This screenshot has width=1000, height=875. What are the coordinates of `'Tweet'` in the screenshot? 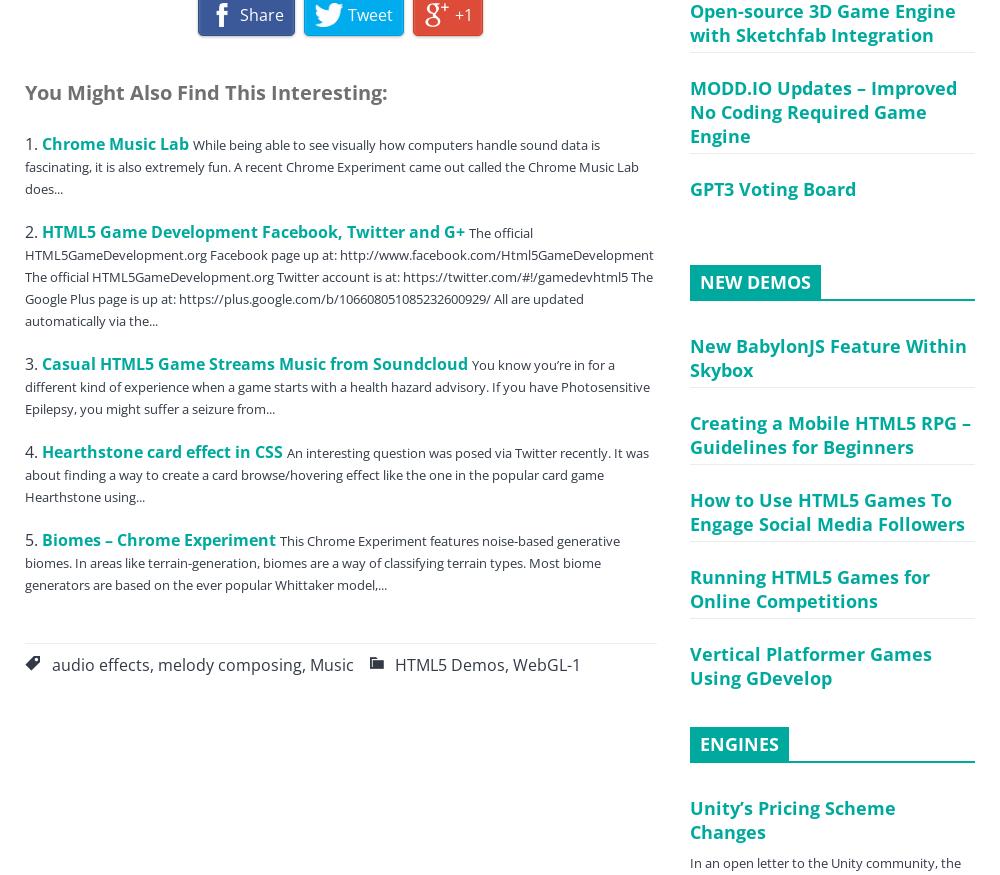 It's located at (346, 13).